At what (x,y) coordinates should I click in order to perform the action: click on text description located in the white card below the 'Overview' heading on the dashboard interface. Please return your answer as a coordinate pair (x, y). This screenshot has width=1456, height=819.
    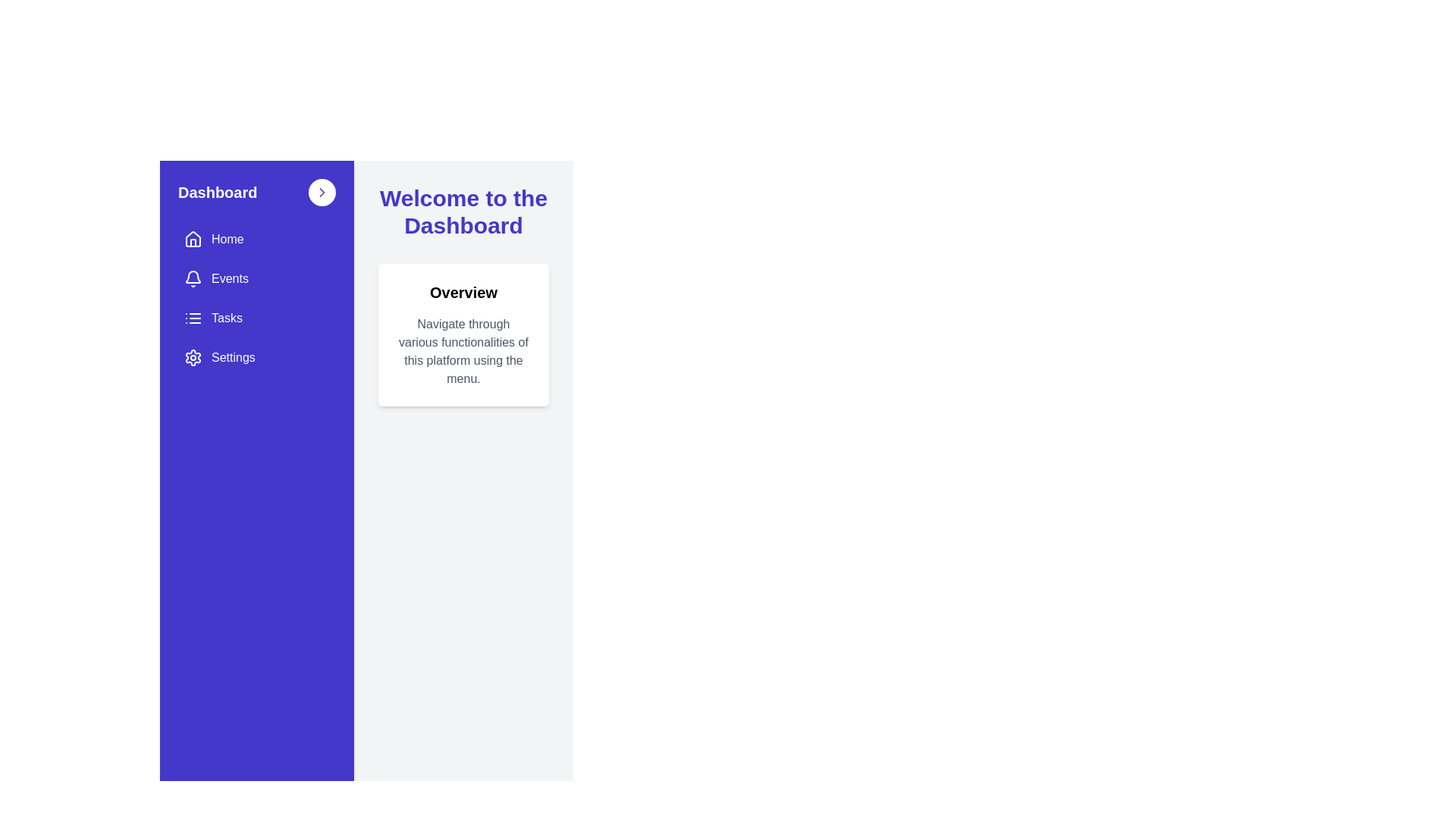
    Looking at the image, I should click on (463, 351).